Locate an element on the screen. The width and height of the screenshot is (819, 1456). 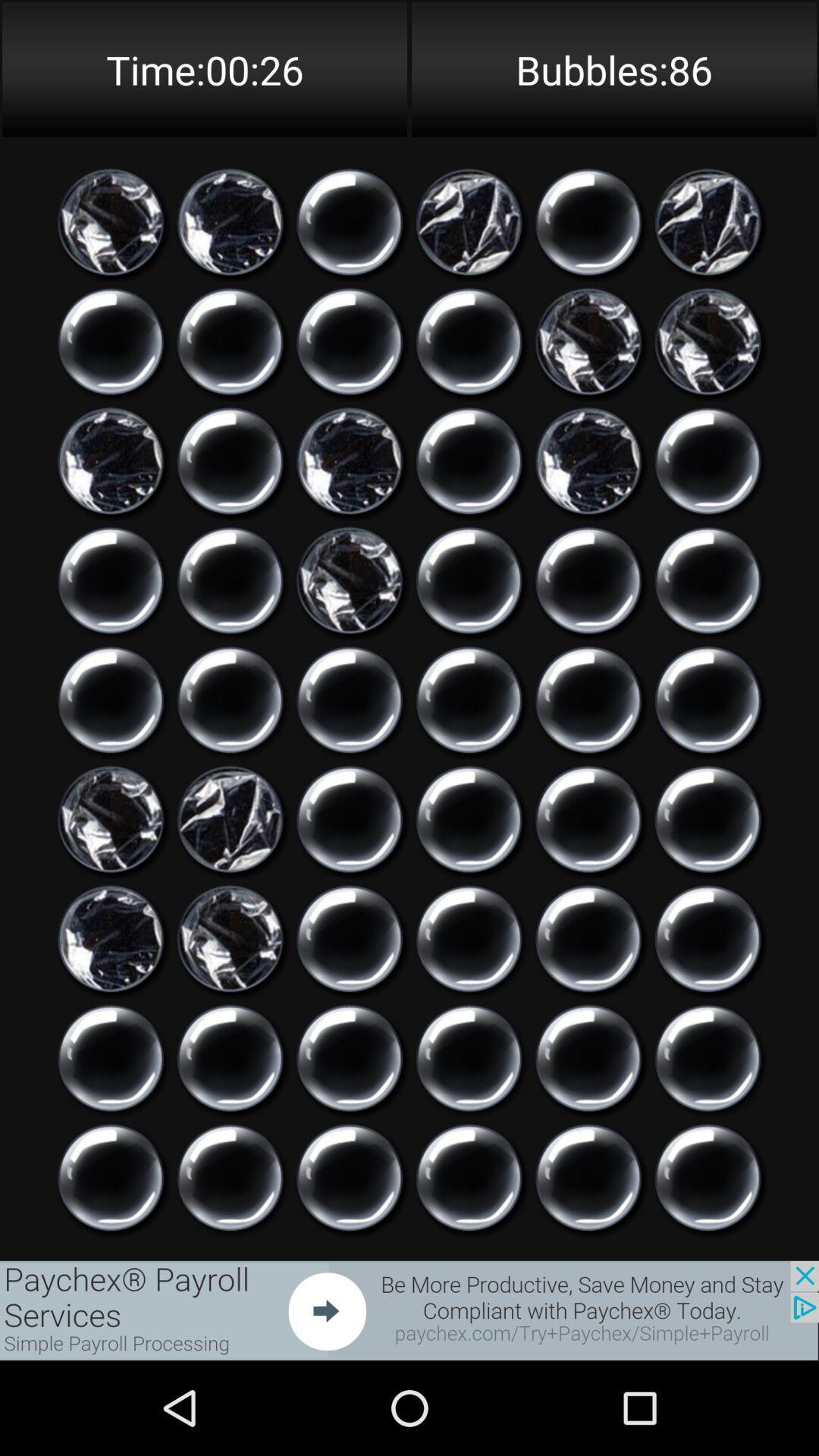
pop bubble is located at coordinates (350, 221).